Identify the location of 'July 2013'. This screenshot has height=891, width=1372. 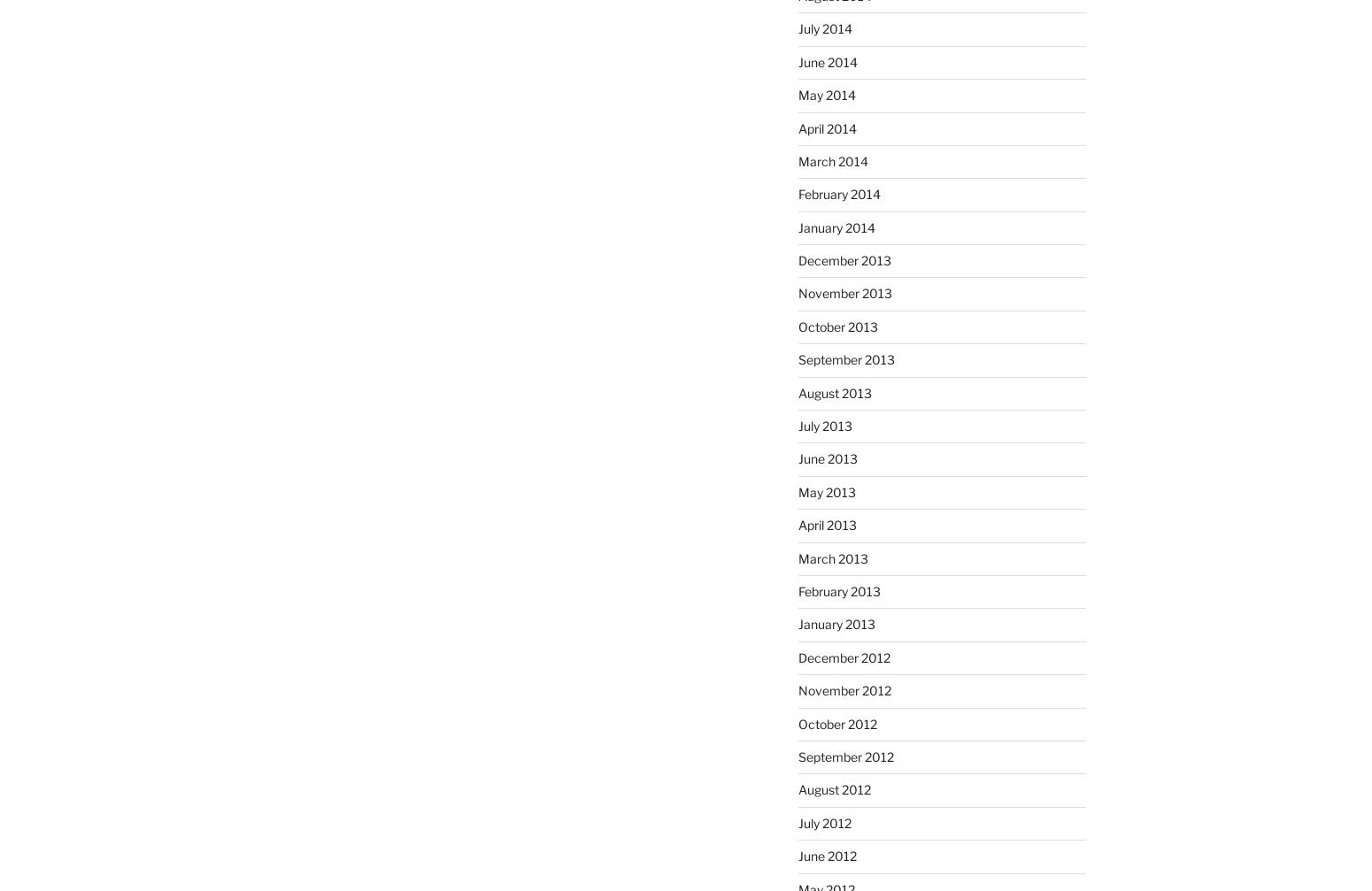
(798, 426).